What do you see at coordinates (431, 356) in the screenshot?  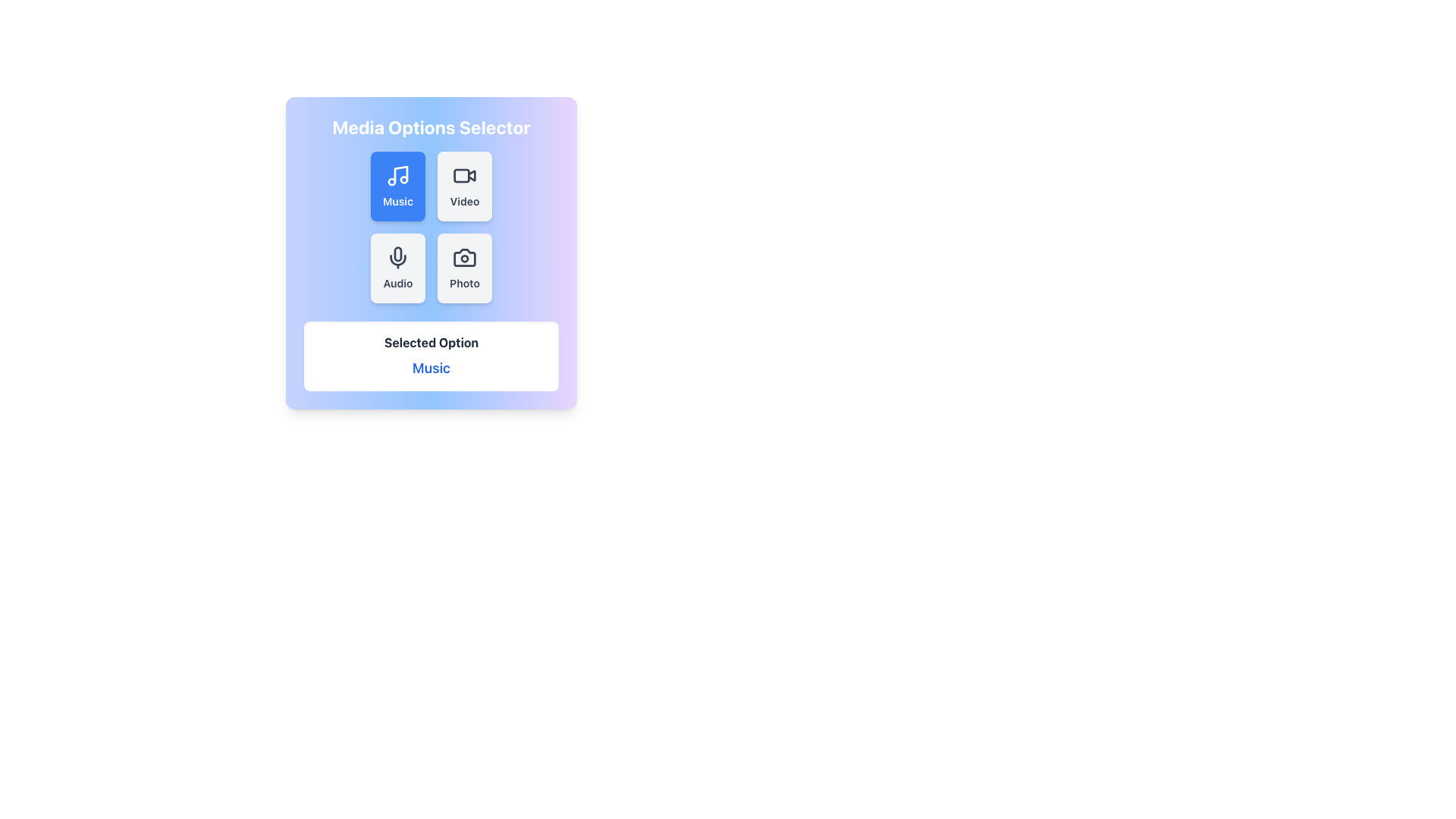 I see `displayed text in the white rectangular box containing 'Selected Option' in bold gray font and 'Music' in blue font, located at the bottom of the 'Media Options Selector' component` at bounding box center [431, 356].